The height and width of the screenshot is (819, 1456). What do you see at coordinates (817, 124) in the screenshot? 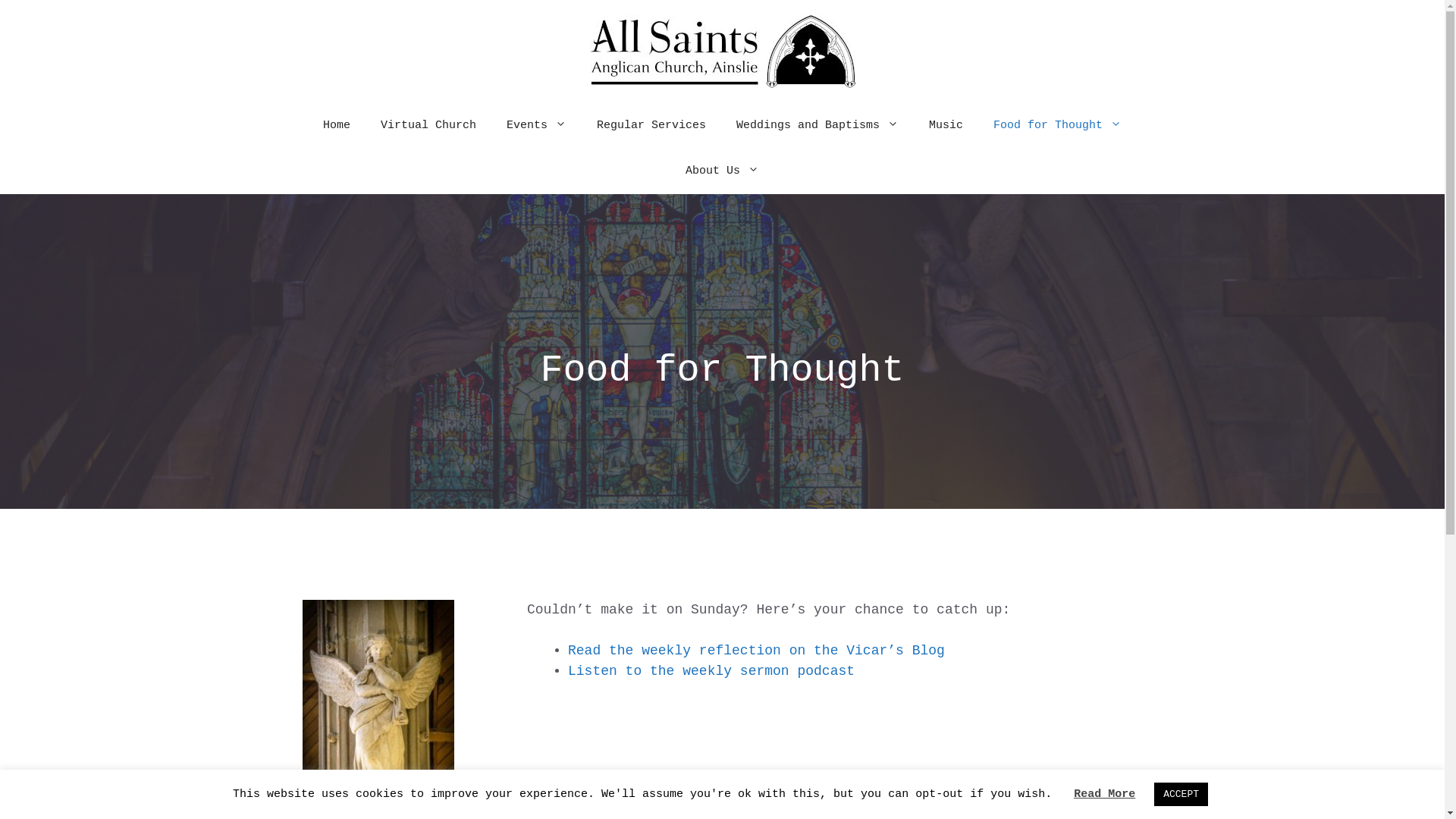
I see `'Weddings and Baptisms'` at bounding box center [817, 124].